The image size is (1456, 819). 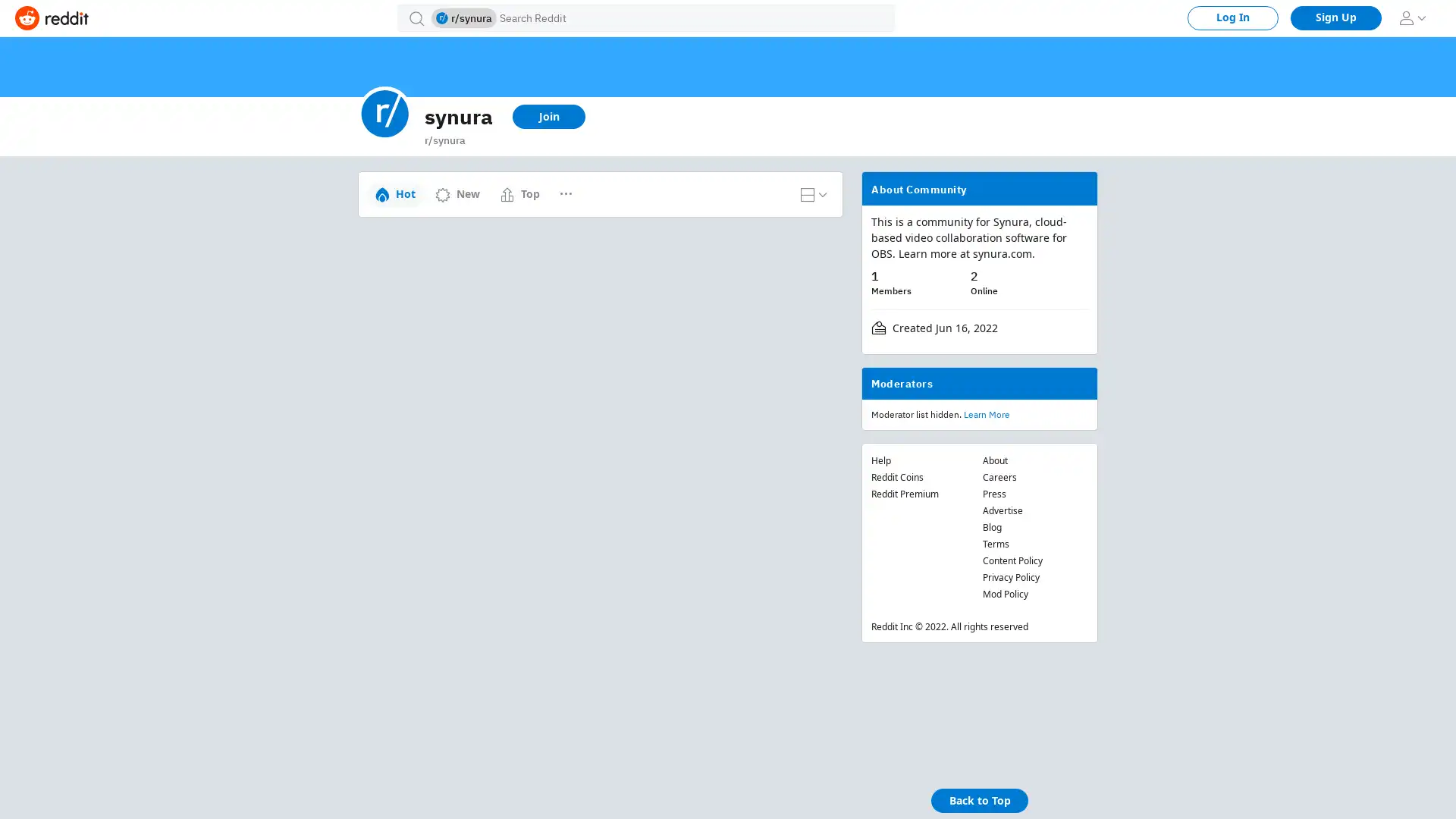 What do you see at coordinates (588, 187) in the screenshot?
I see `New Posts` at bounding box center [588, 187].